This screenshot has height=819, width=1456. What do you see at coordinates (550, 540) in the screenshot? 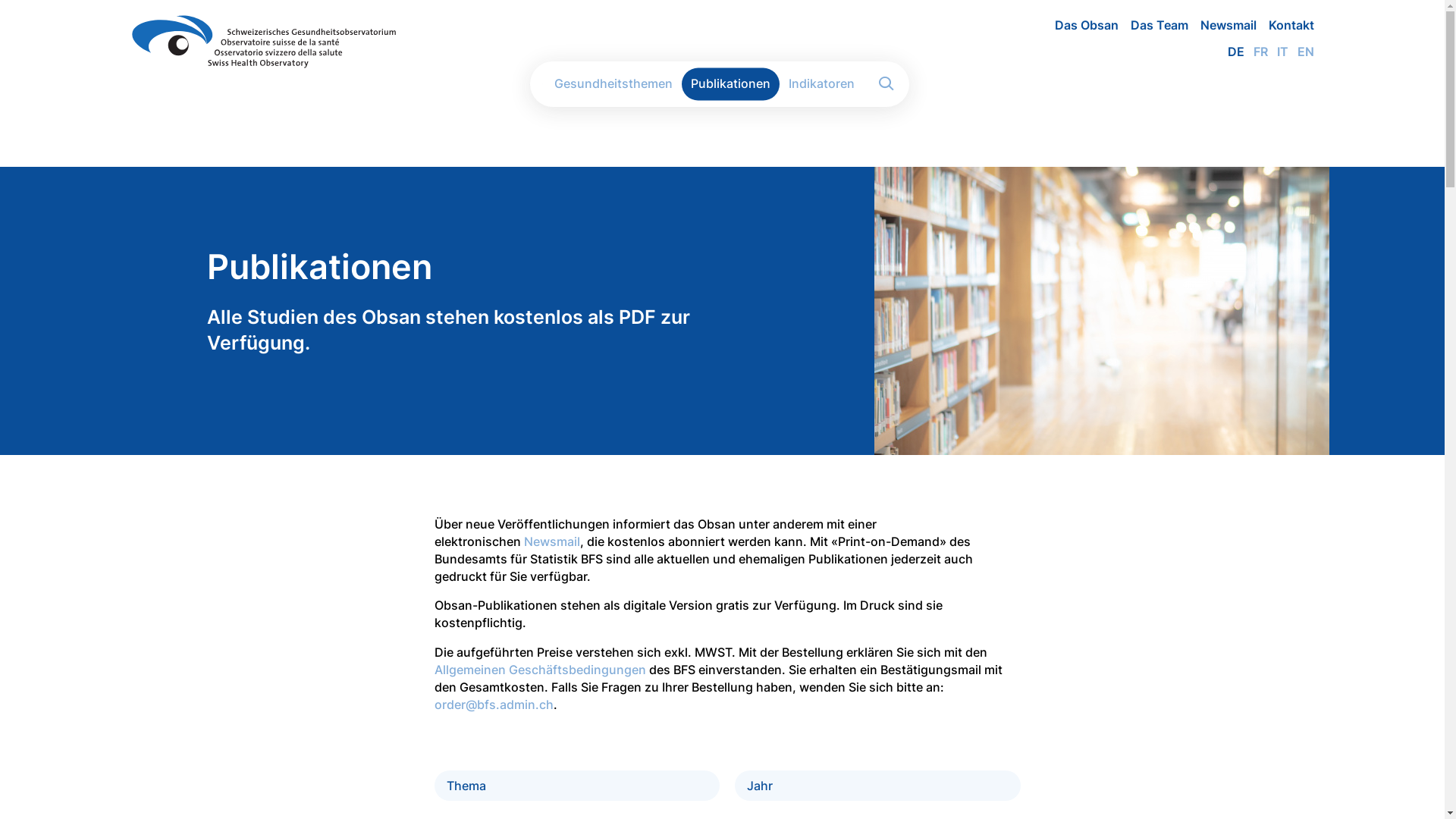
I see `'Newsmail'` at bounding box center [550, 540].